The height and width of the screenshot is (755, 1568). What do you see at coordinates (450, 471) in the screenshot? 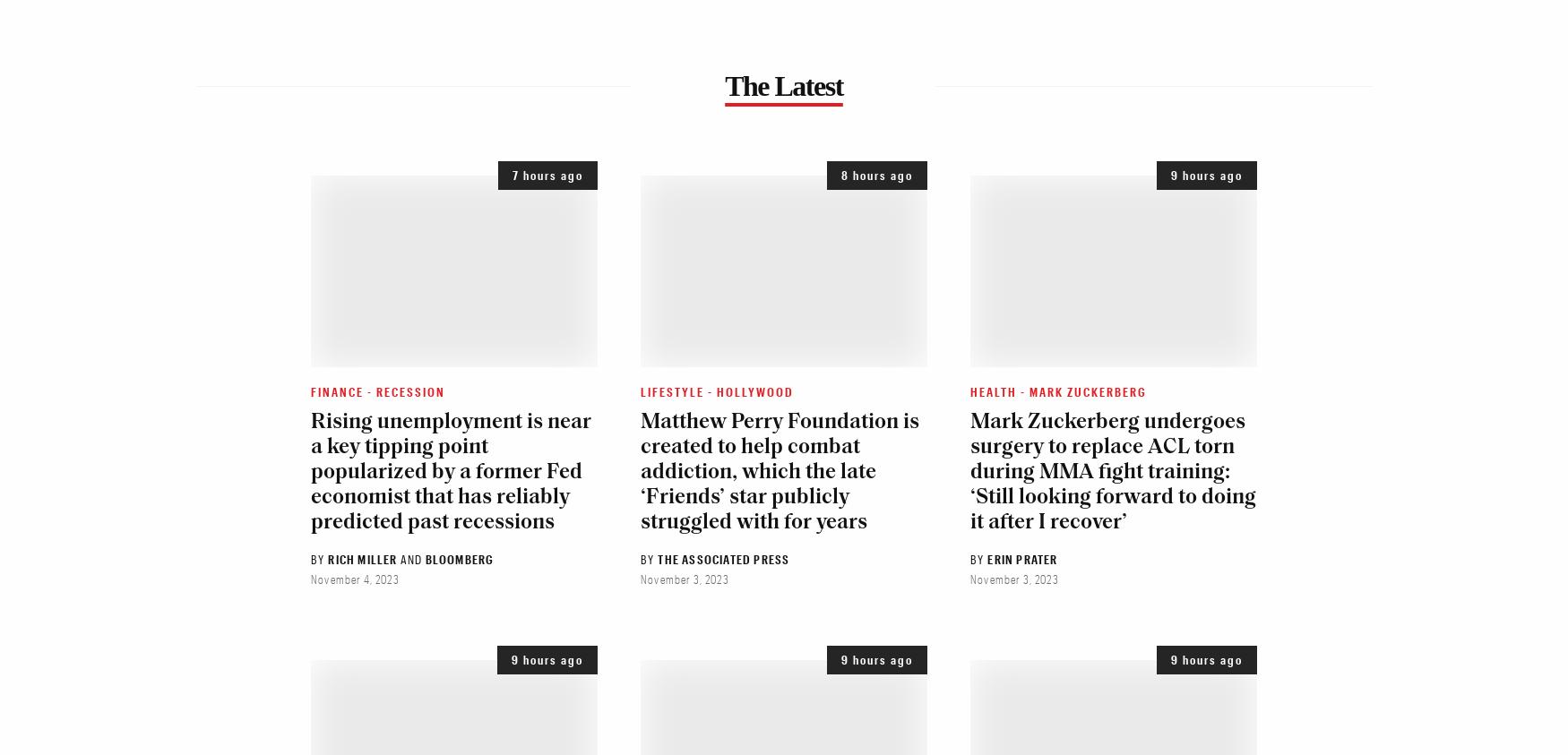
I see `'Rising unemployment is near a key tipping point popularized by a former Fed economist that has reliably predicted past recessions'` at bounding box center [450, 471].